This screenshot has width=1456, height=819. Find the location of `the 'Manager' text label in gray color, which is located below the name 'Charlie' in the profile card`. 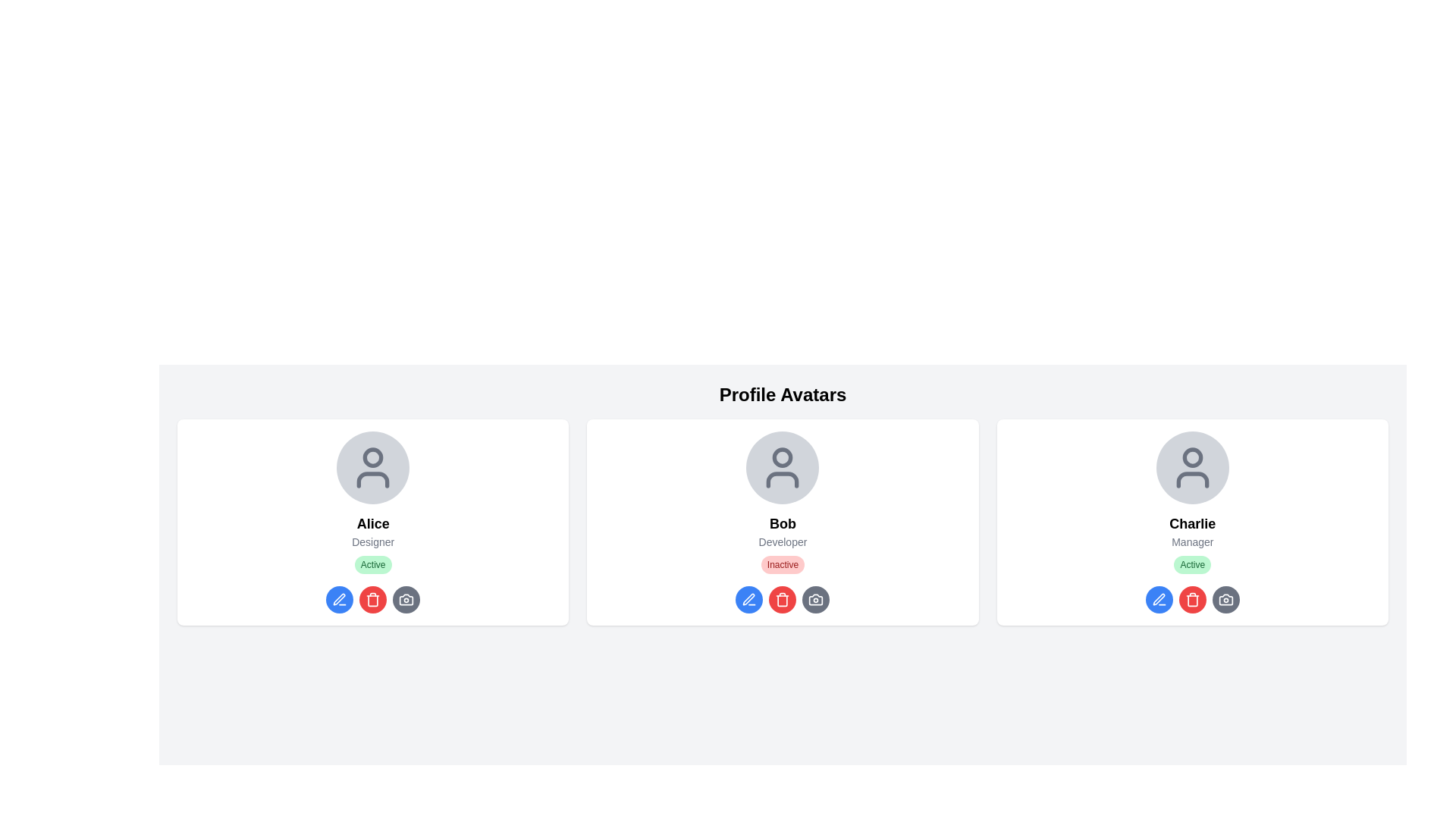

the 'Manager' text label in gray color, which is located below the name 'Charlie' in the profile card is located at coordinates (1191, 541).